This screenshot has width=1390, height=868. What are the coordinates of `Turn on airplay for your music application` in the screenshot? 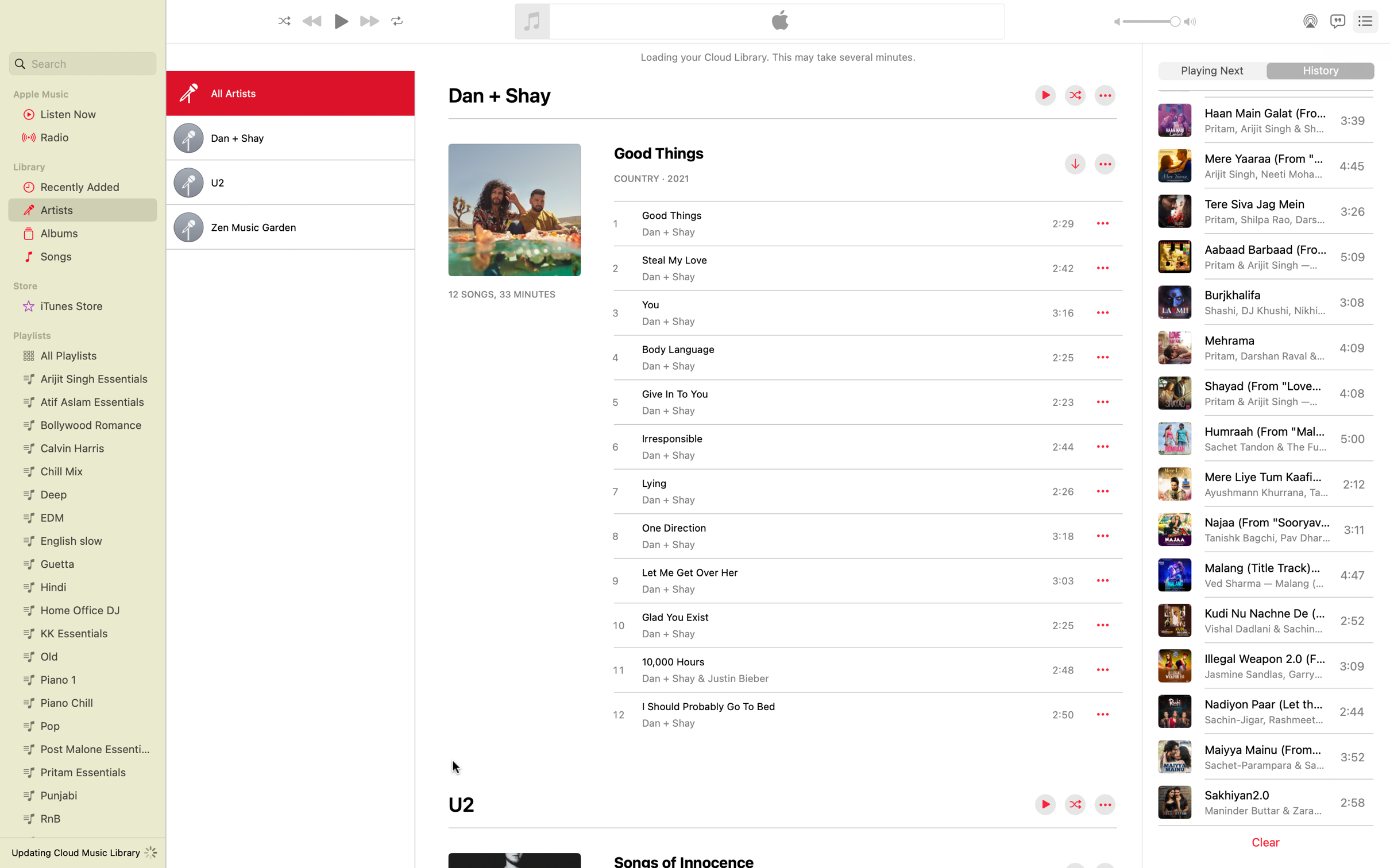 It's located at (1308, 20).